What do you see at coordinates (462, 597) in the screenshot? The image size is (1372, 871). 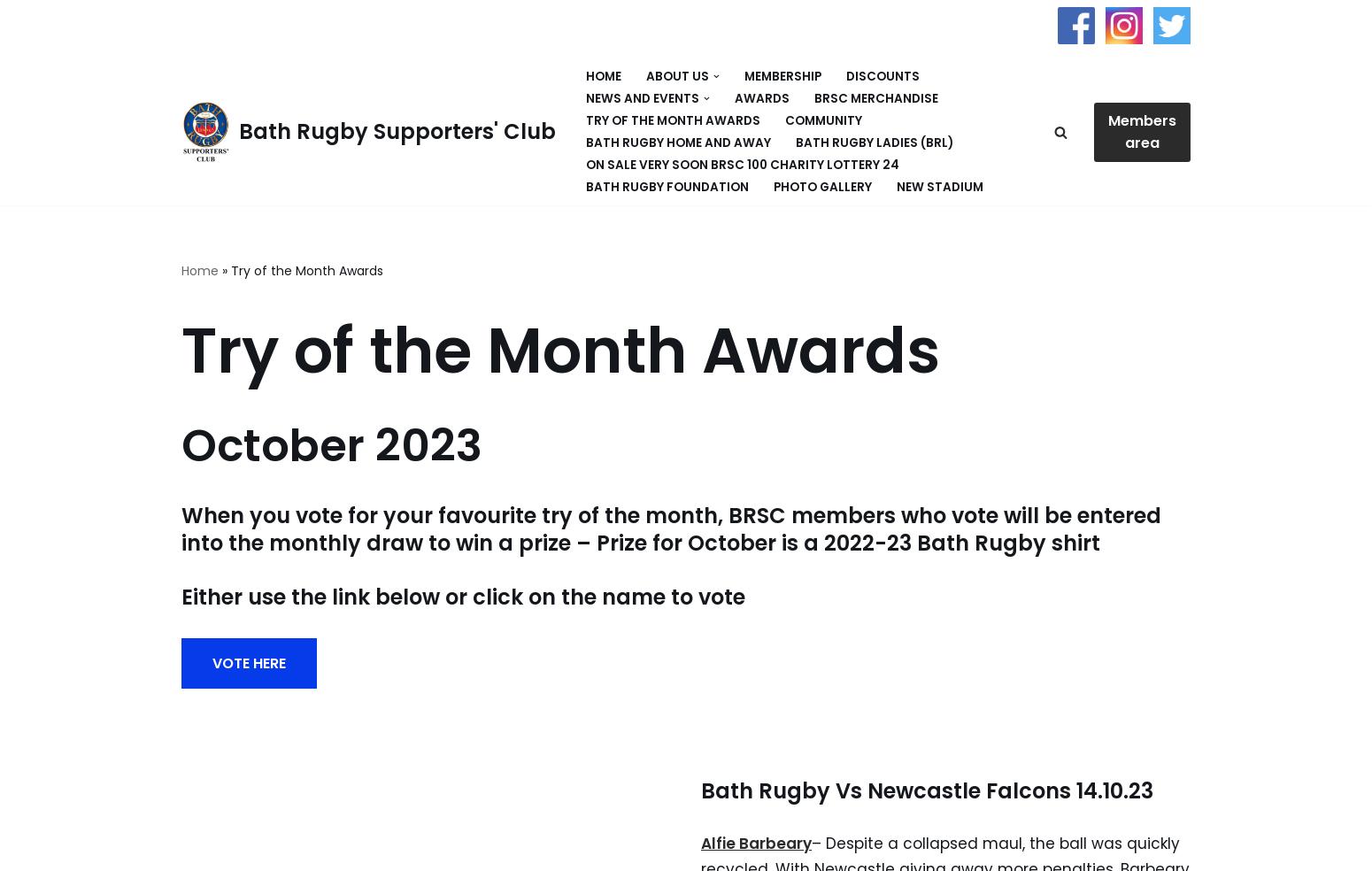 I see `'Either use the link below or click on the name to vote'` at bounding box center [462, 597].